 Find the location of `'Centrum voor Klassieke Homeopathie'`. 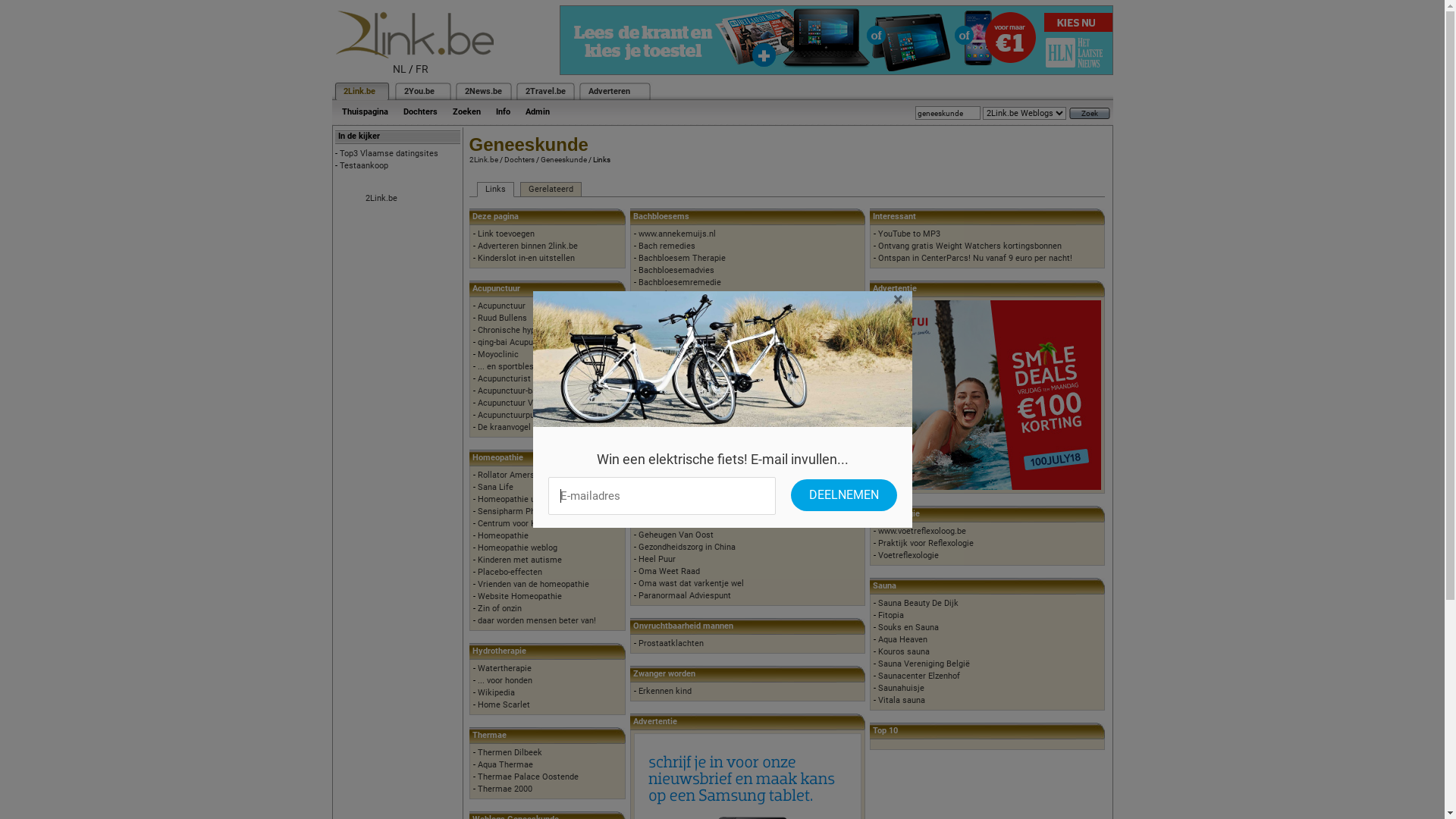

'Centrum voor Klassieke Homeopathie' is located at coordinates (548, 522).